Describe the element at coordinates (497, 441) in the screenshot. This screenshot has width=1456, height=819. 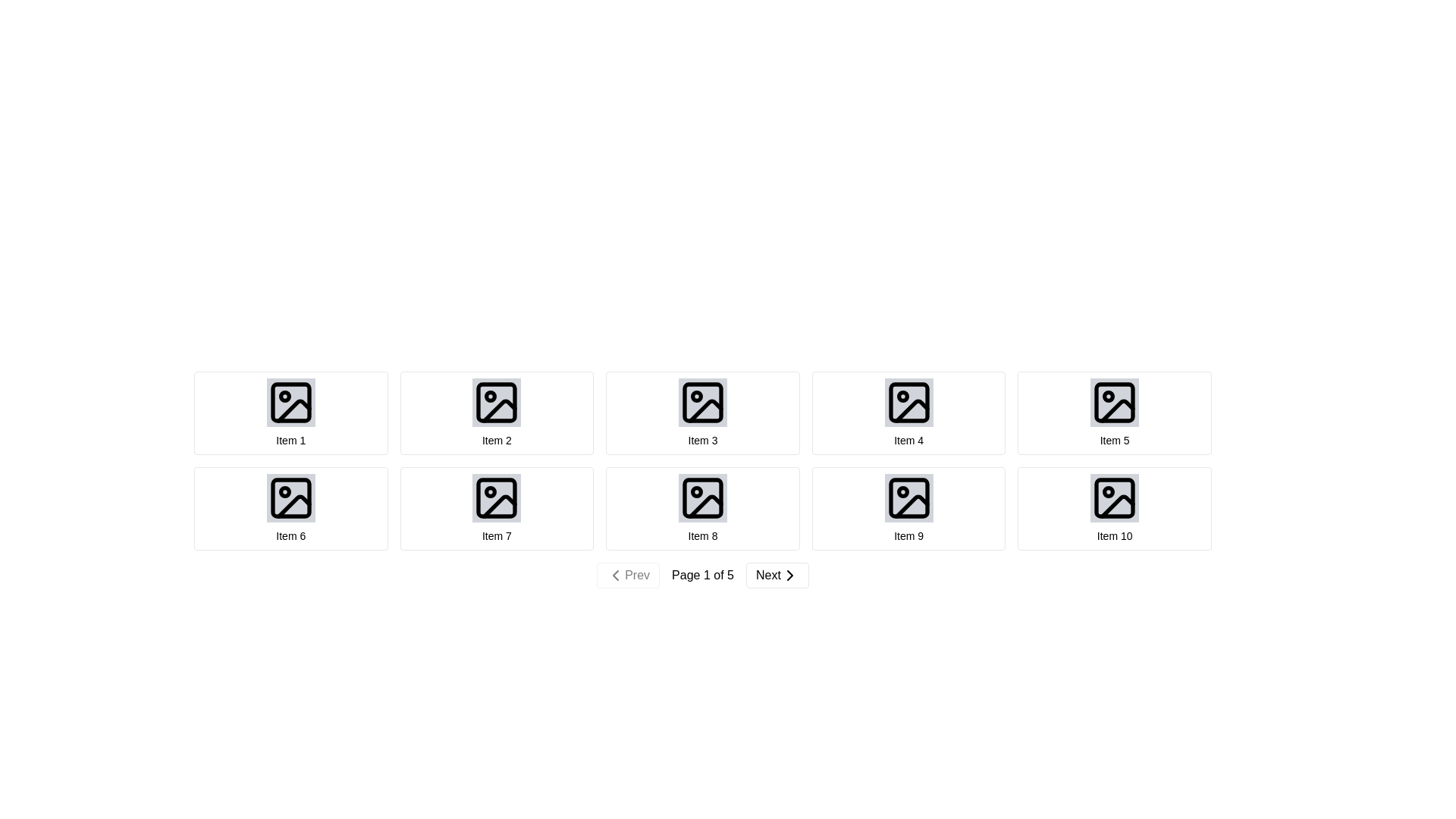
I see `the text label displaying 'Item 2', which is positioned slightly separated from the elements above and is the second item in a horizontal grid layout` at that location.